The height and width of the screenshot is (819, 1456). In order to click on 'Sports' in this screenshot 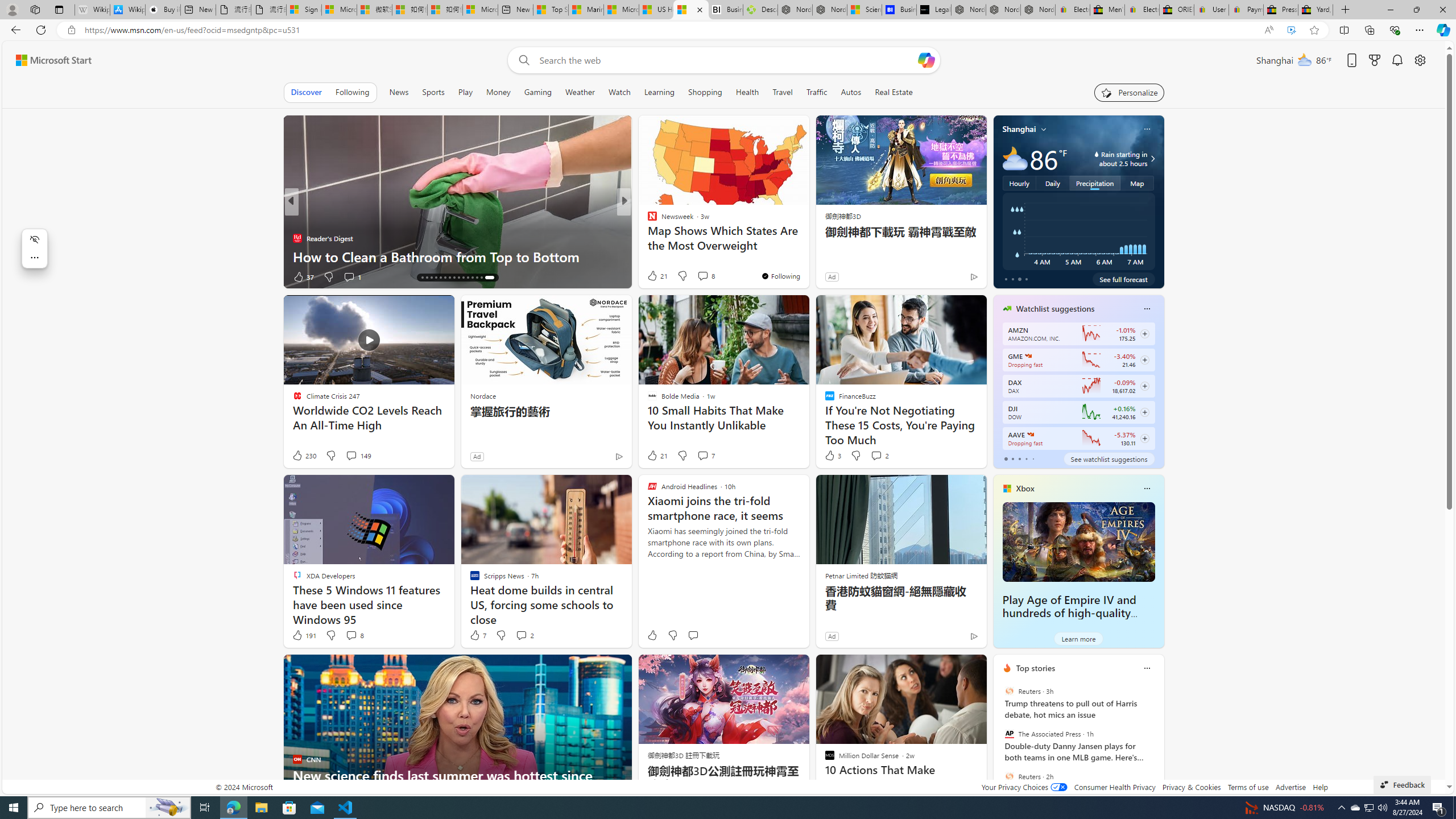, I will do `click(433, 92)`.